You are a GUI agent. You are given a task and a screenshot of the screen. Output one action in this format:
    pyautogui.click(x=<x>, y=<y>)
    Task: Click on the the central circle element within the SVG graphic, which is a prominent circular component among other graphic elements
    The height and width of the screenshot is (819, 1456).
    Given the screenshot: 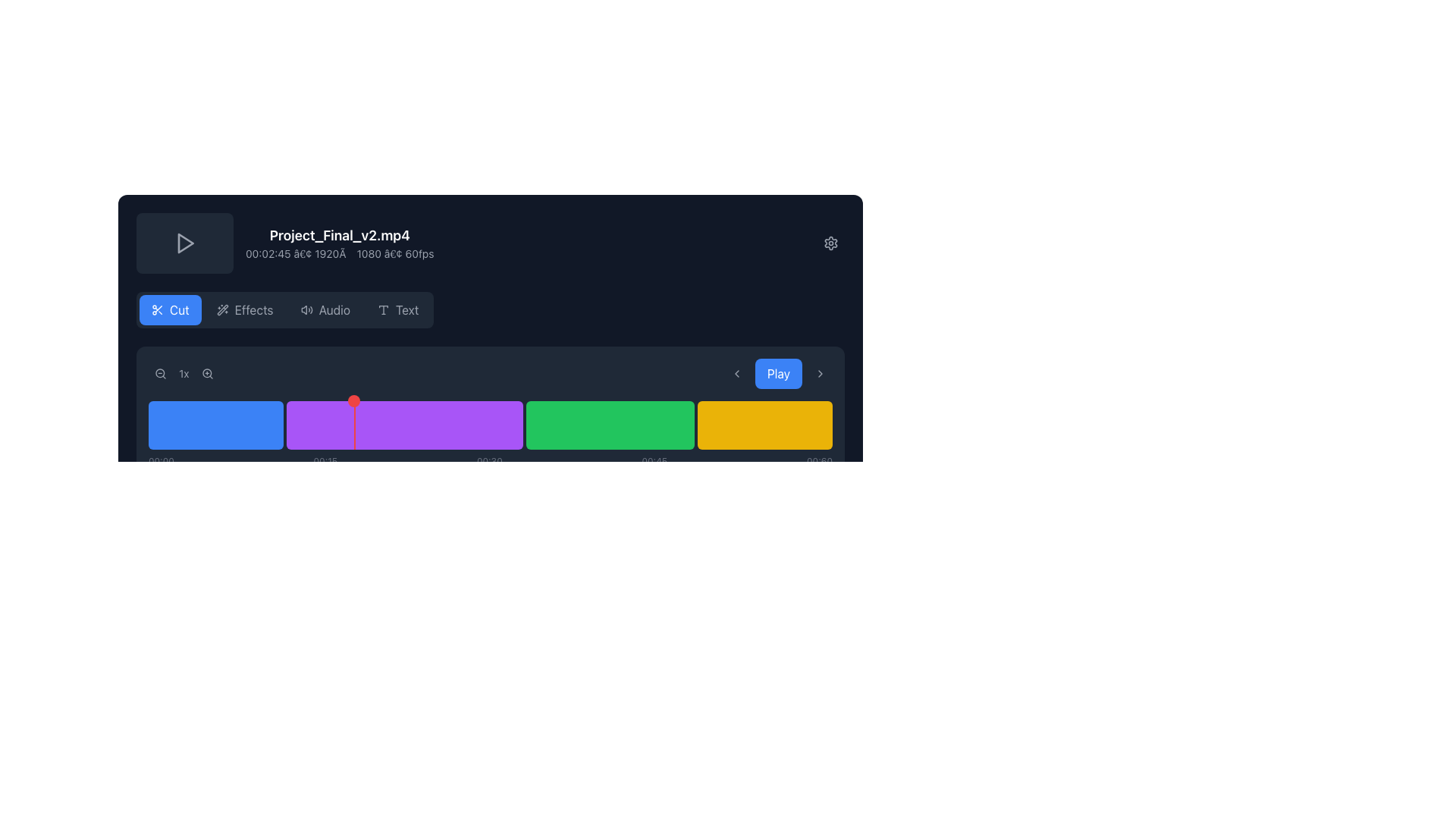 What is the action you would take?
    pyautogui.click(x=206, y=373)
    